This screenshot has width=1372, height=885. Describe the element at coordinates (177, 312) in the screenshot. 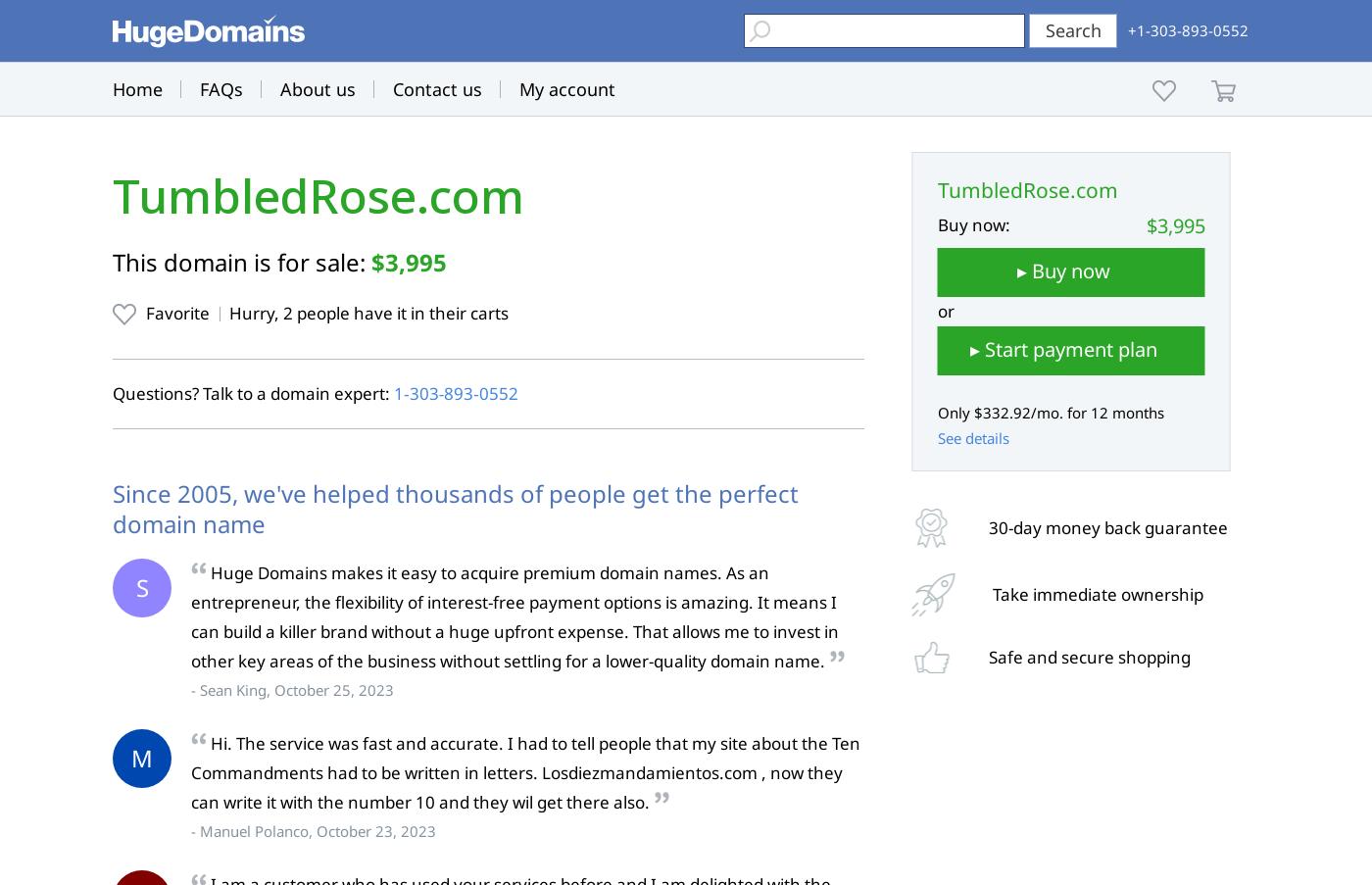

I see `'Favorite'` at that location.